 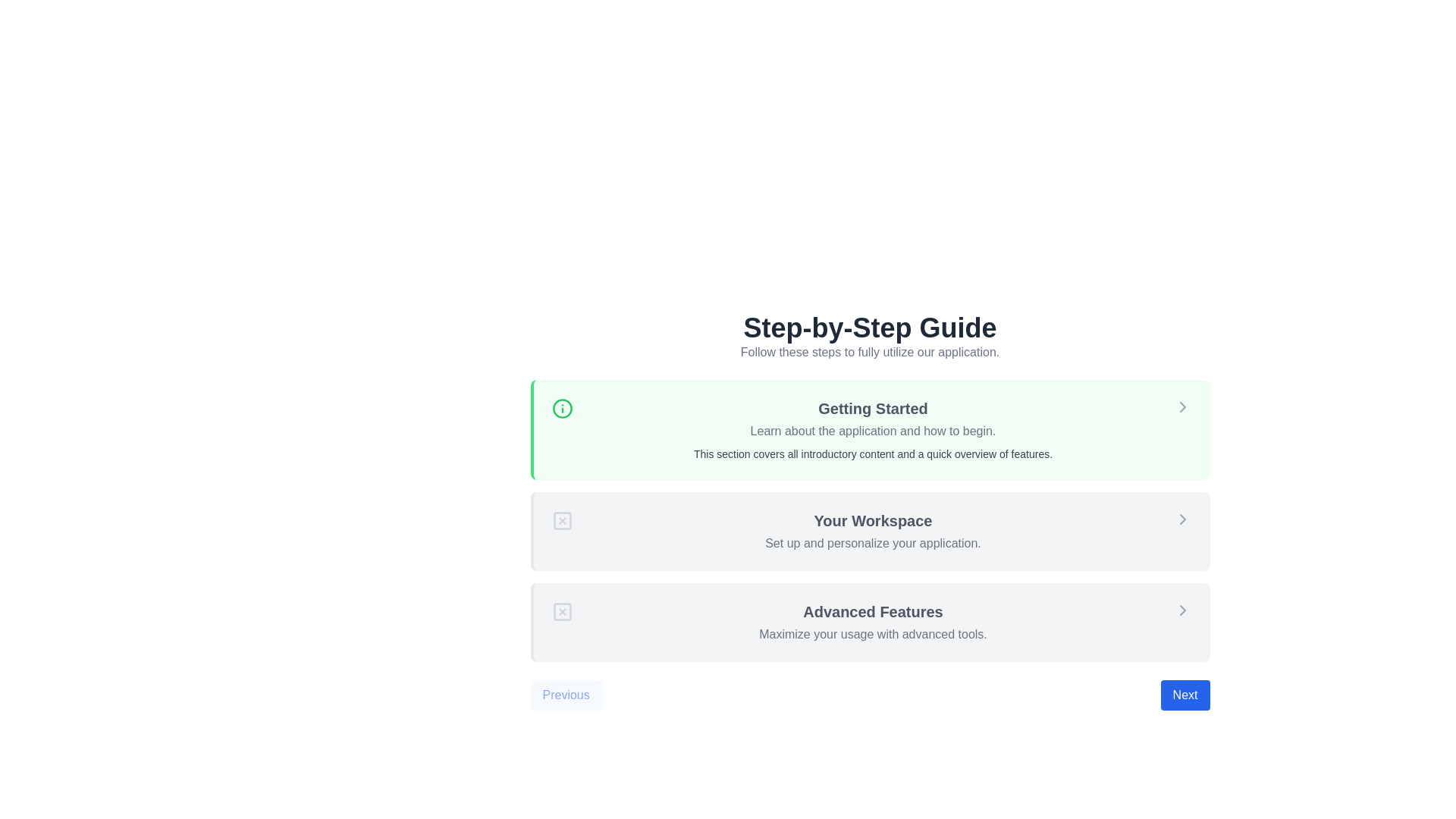 What do you see at coordinates (565, 695) in the screenshot?
I see `the left button that navigates to the previous step in the multi-step process, located near the bottom-center of the interface` at bounding box center [565, 695].